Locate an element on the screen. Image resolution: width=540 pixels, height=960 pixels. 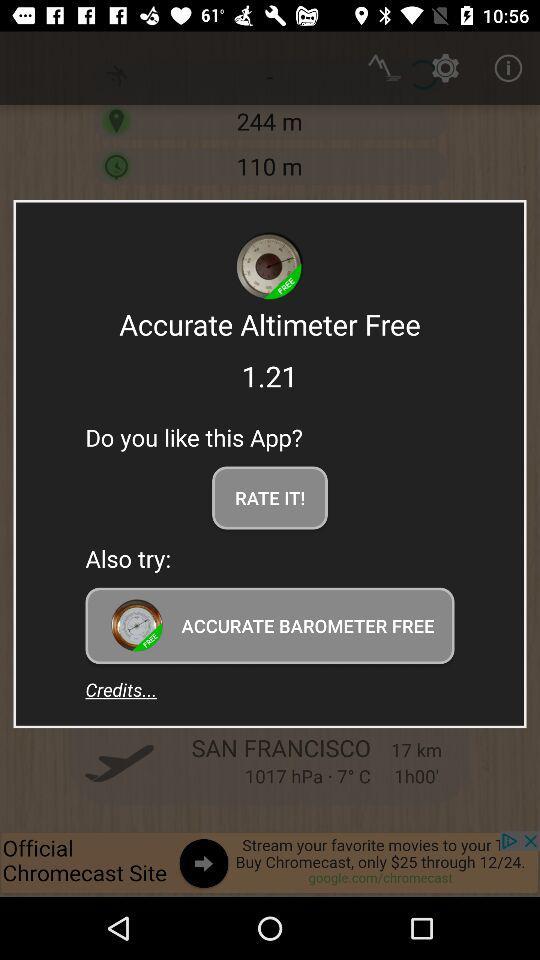
button below accurate barometer free icon is located at coordinates (121, 689).